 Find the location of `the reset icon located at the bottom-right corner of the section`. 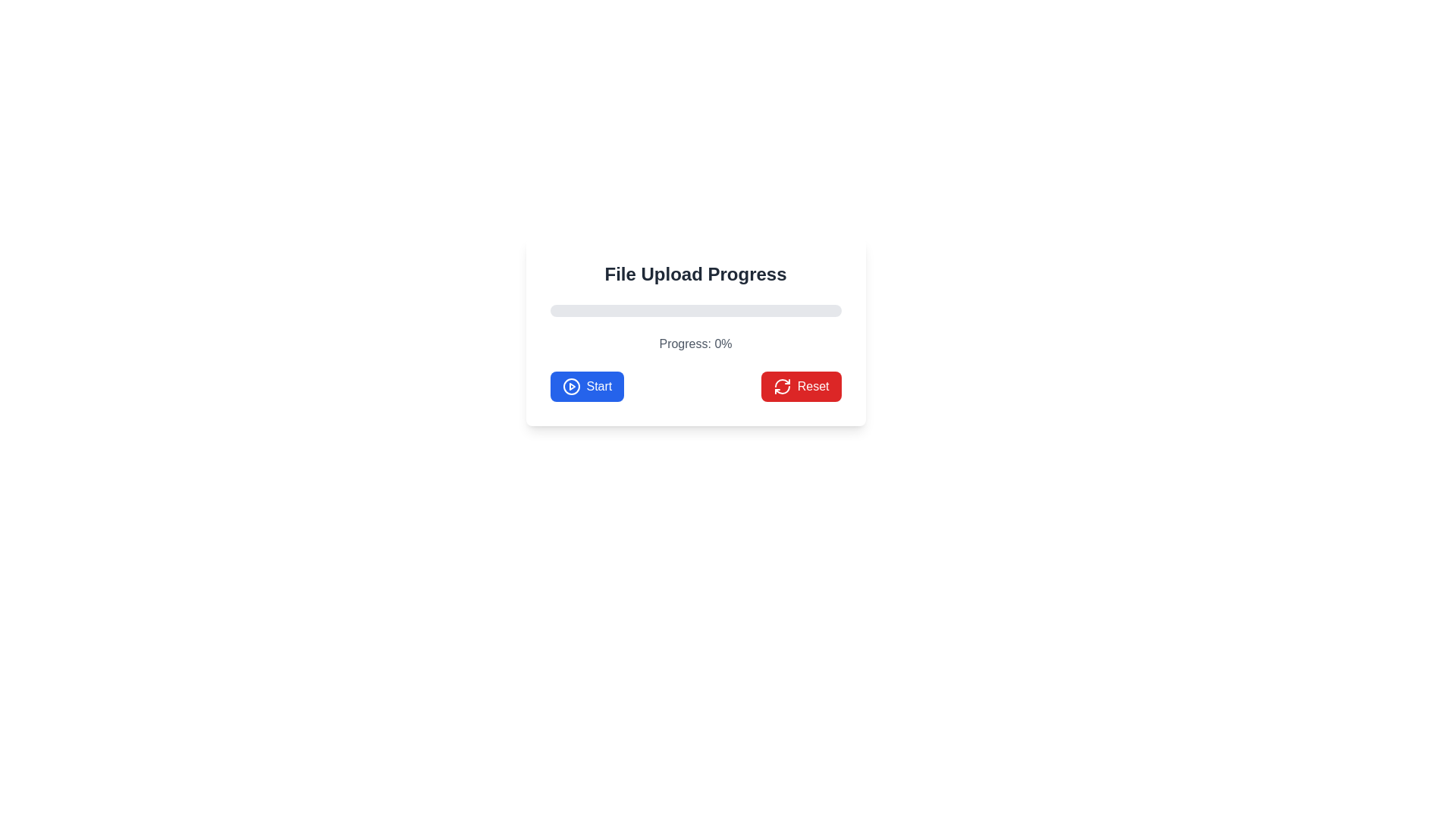

the reset icon located at the bottom-right corner of the section is located at coordinates (782, 385).